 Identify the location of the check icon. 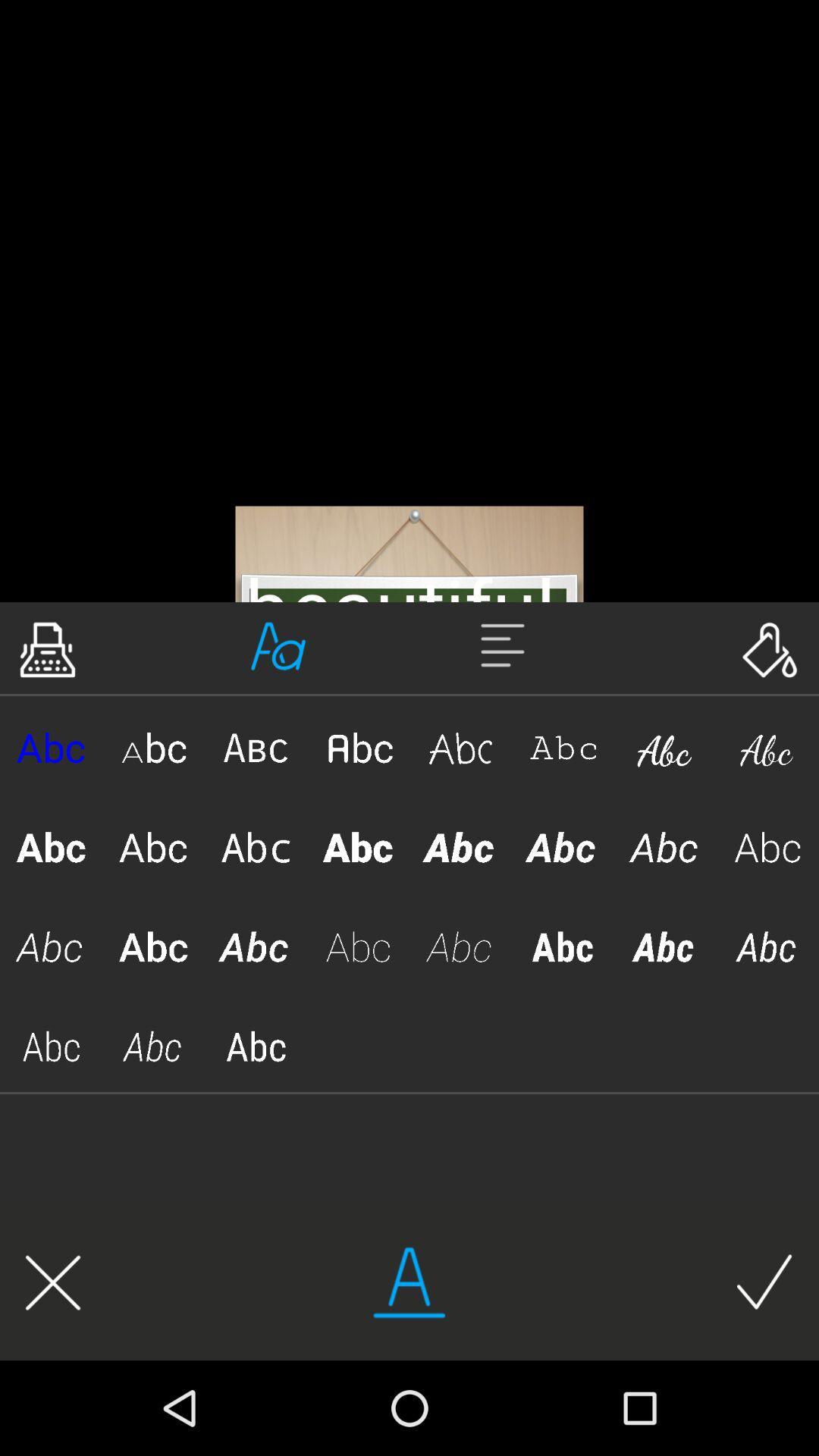
(764, 1282).